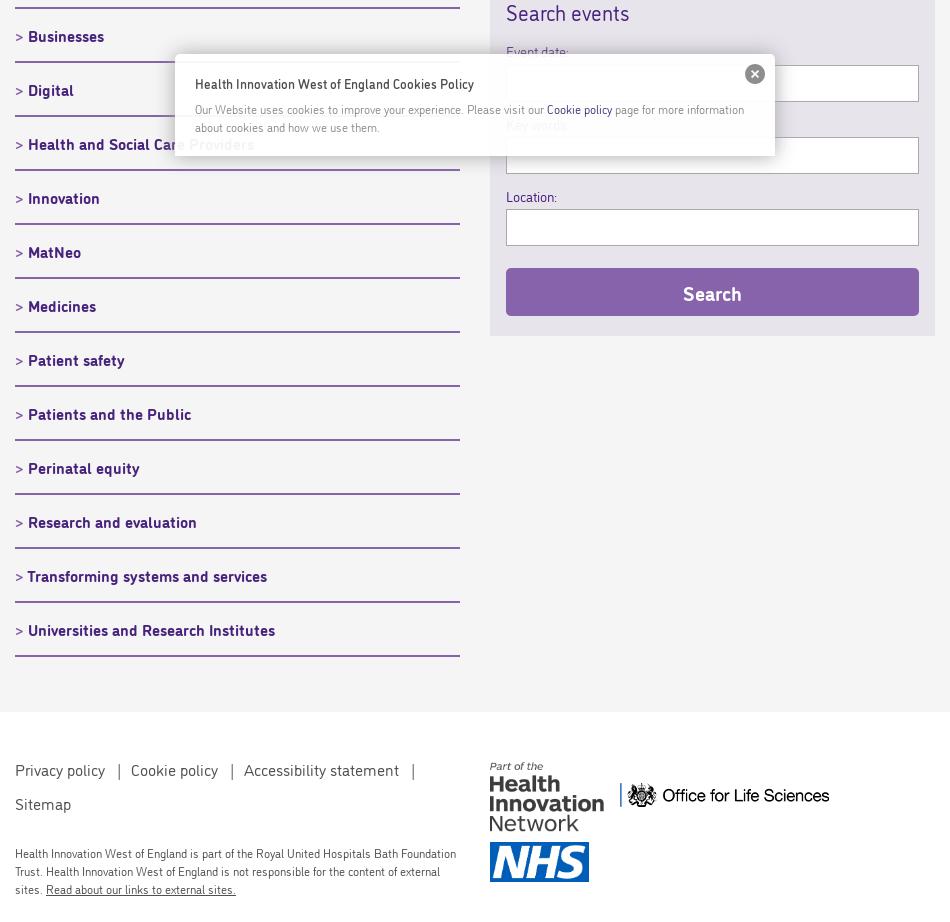 The image size is (950, 922). What do you see at coordinates (54, 249) in the screenshot?
I see `'MatNeo'` at bounding box center [54, 249].